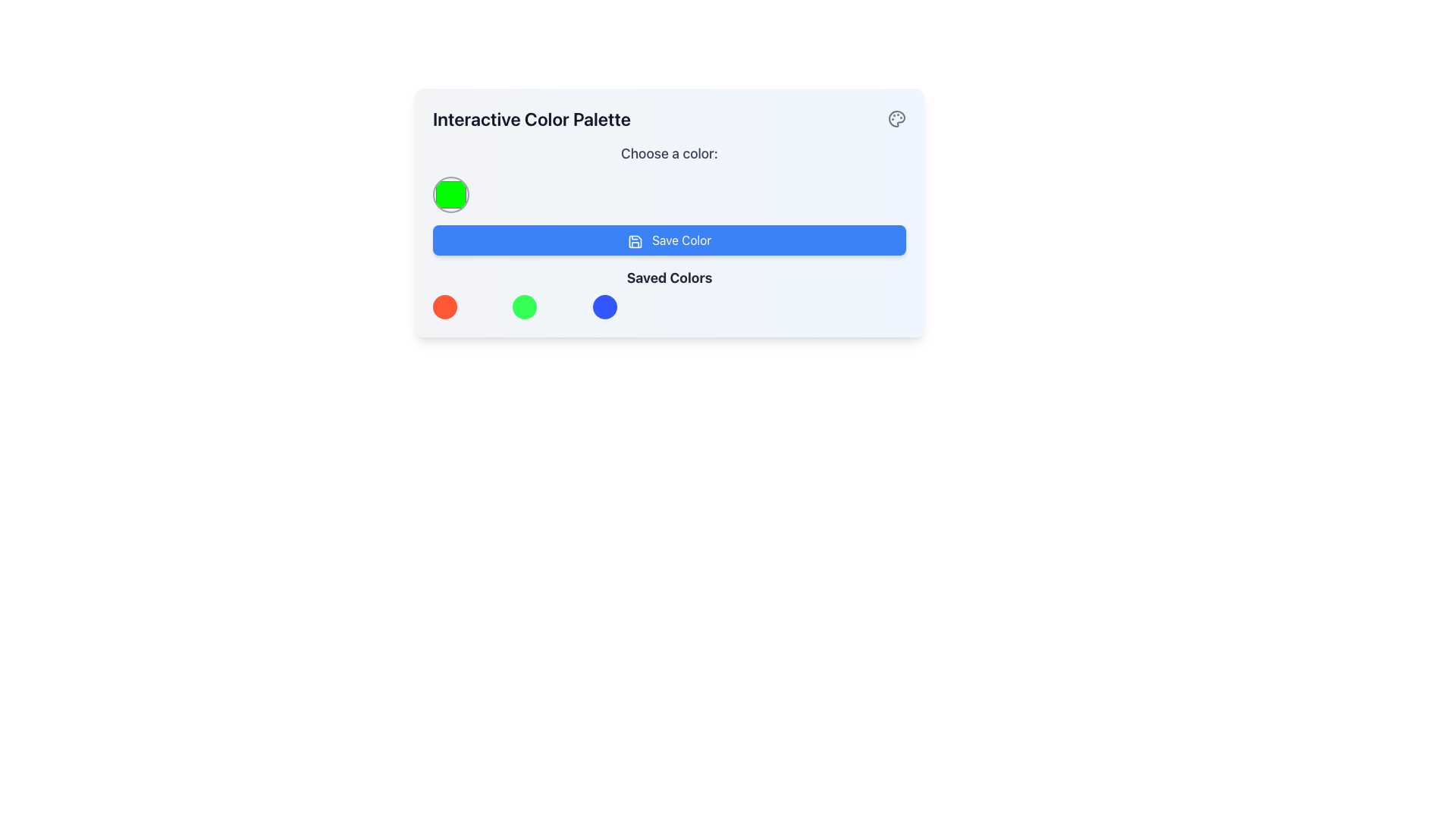 This screenshot has width=1456, height=819. I want to click on the visual enhancement icon for the 'Save Color' button, so click(635, 240).